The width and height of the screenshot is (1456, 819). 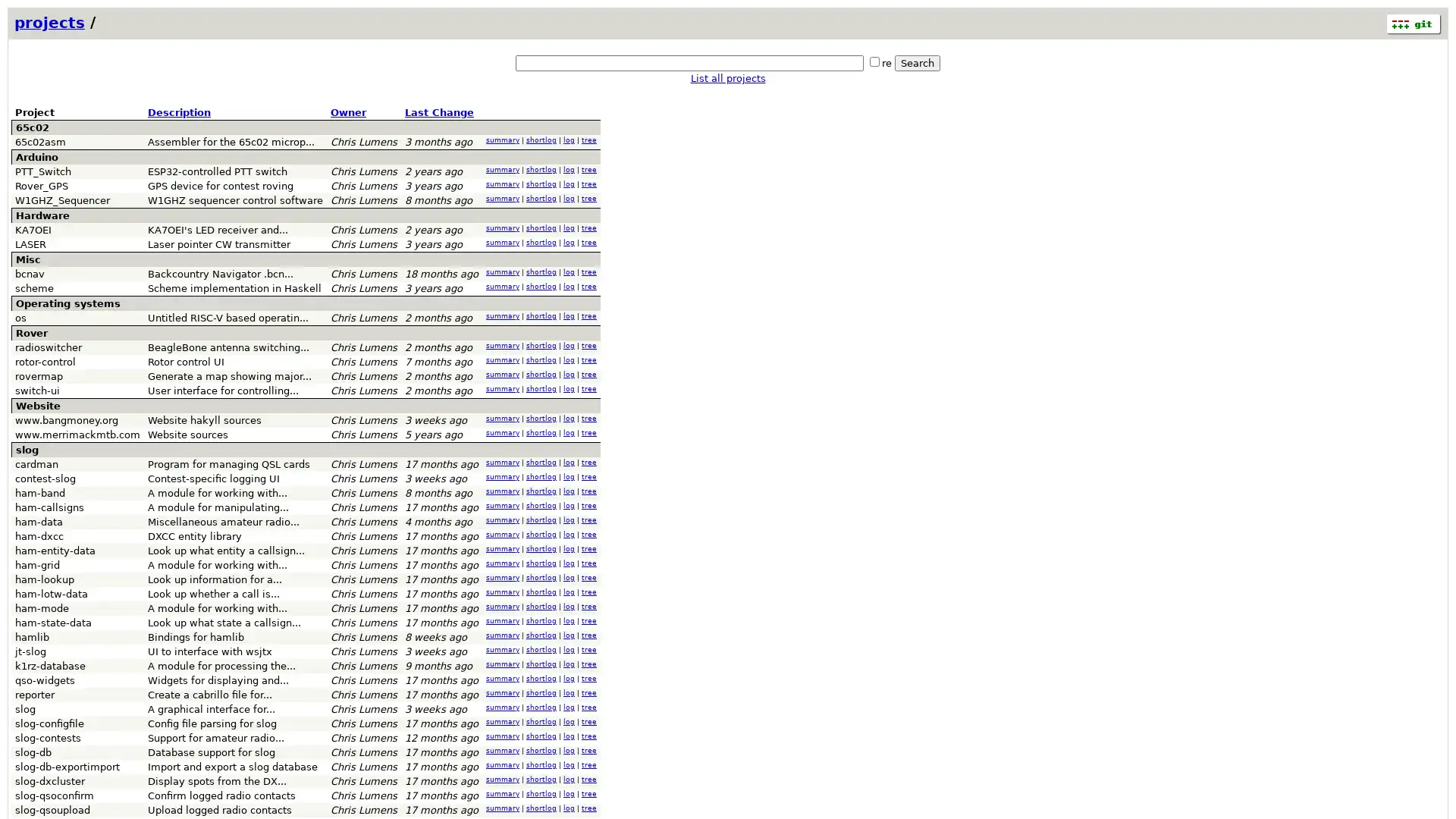 I want to click on Search, so click(x=916, y=62).